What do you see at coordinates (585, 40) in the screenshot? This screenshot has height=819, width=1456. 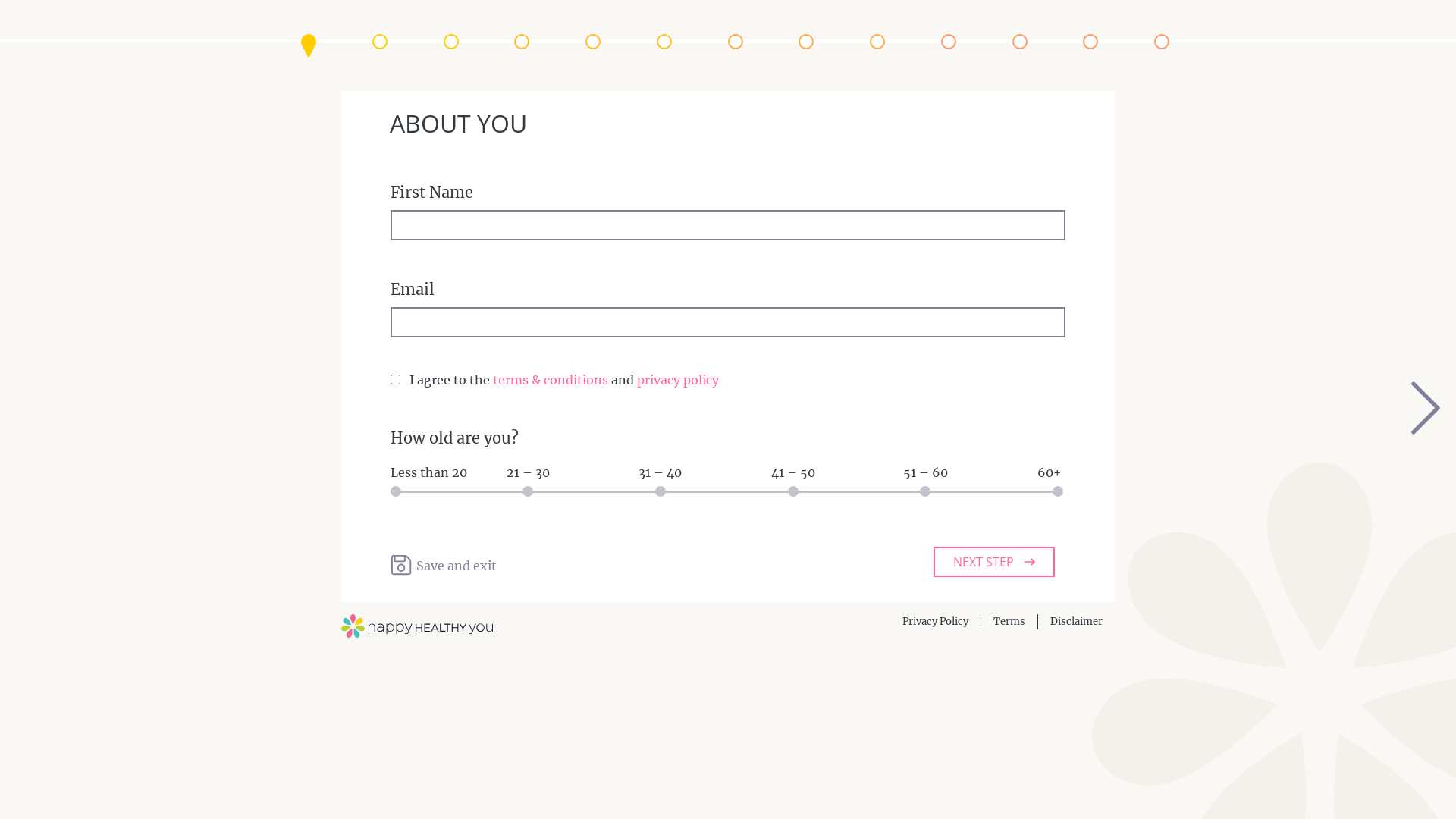 I see `'Neurological System'` at bounding box center [585, 40].